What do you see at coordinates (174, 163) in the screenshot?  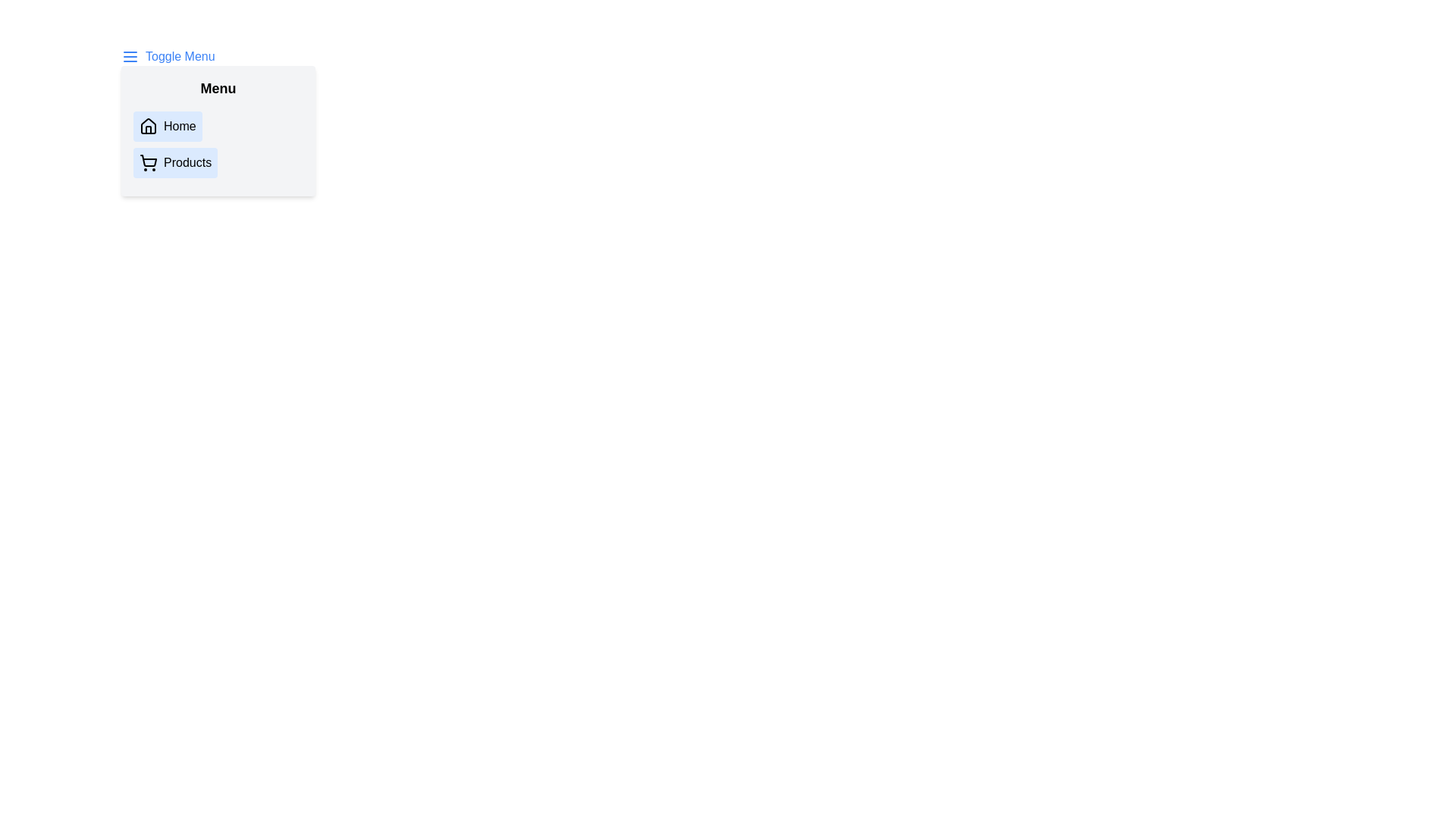 I see `the 'Products' button` at bounding box center [174, 163].